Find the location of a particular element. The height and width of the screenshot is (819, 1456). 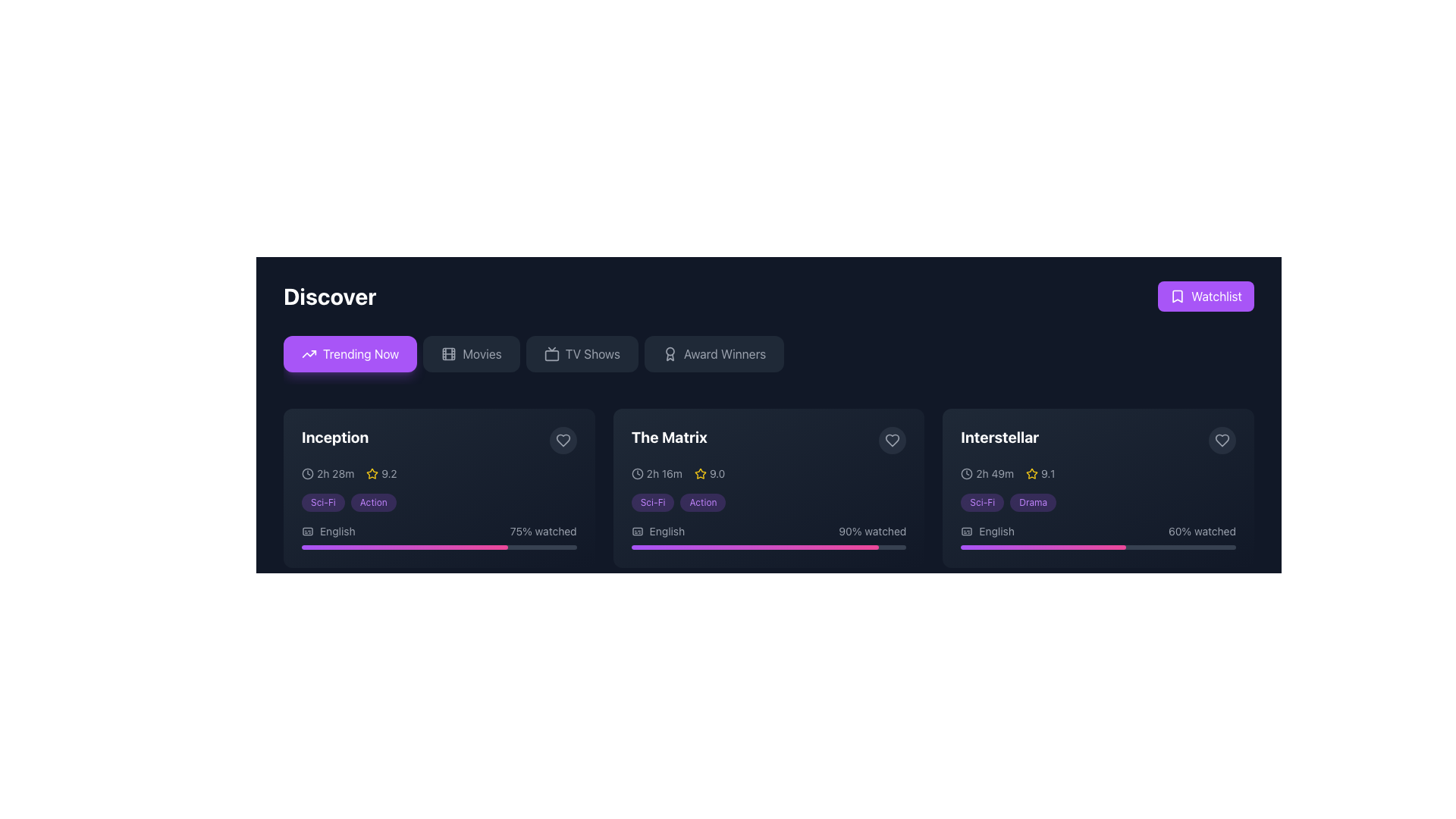

the 'Movies' menu option icon located to the left of the 'Movies' text label in the top row under the 'Discover' heading is located at coordinates (448, 353).